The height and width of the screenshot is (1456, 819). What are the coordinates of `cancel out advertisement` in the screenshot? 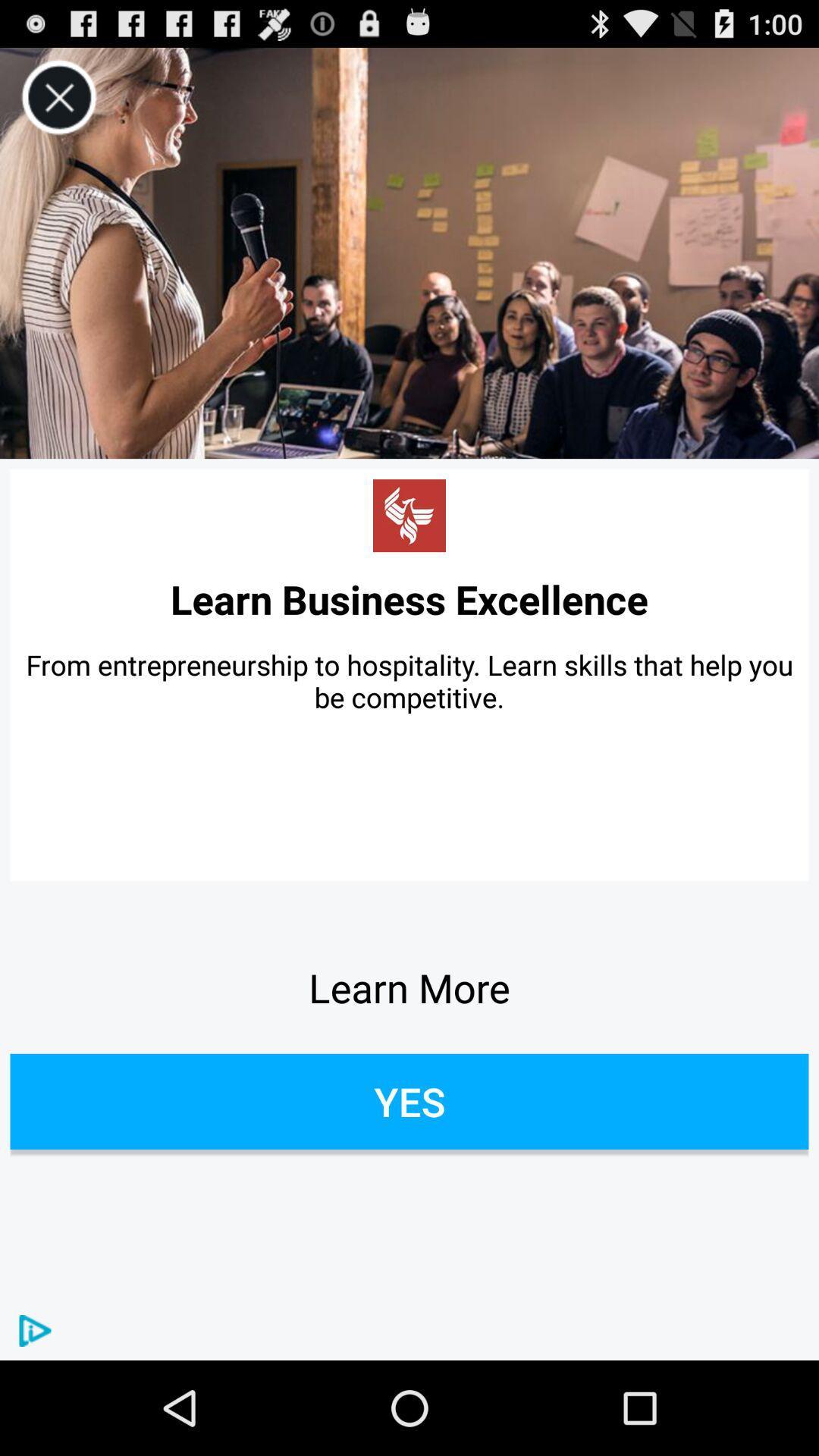 It's located at (58, 97).